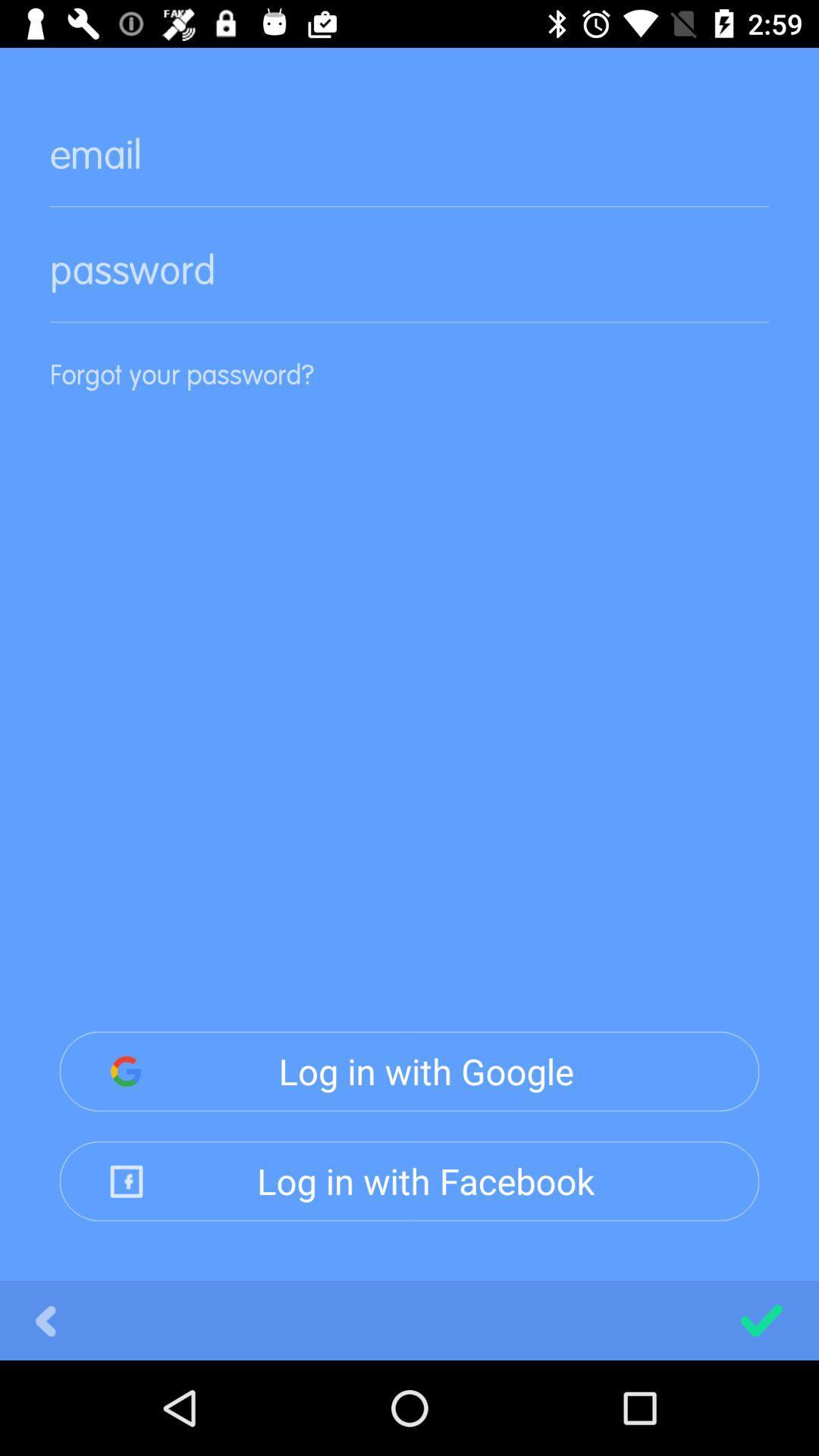 Image resolution: width=819 pixels, height=1456 pixels. I want to click on forgot your password? icon, so click(409, 397).